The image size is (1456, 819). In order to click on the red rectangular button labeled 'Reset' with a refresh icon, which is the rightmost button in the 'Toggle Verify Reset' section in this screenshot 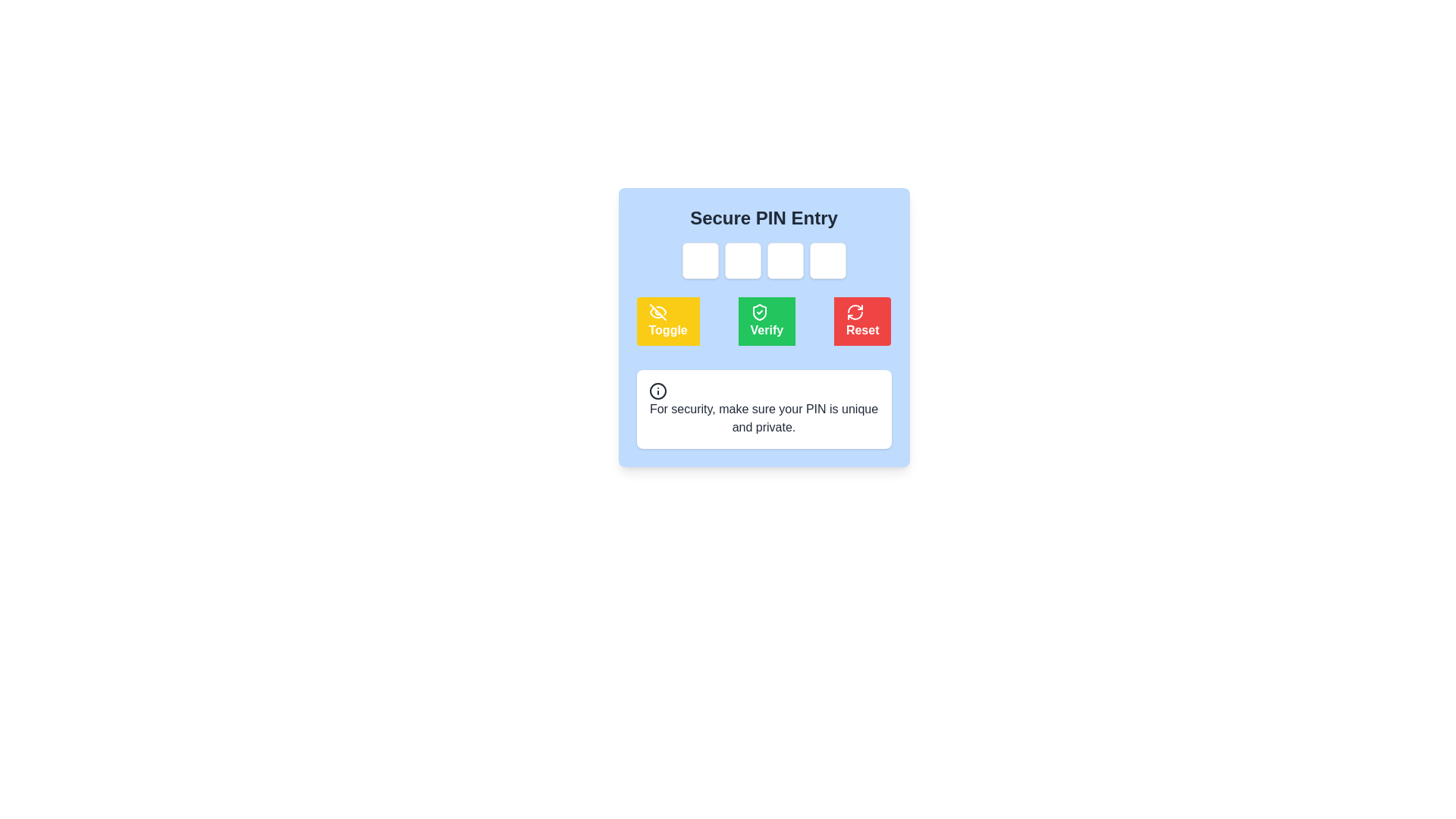, I will do `click(862, 321)`.